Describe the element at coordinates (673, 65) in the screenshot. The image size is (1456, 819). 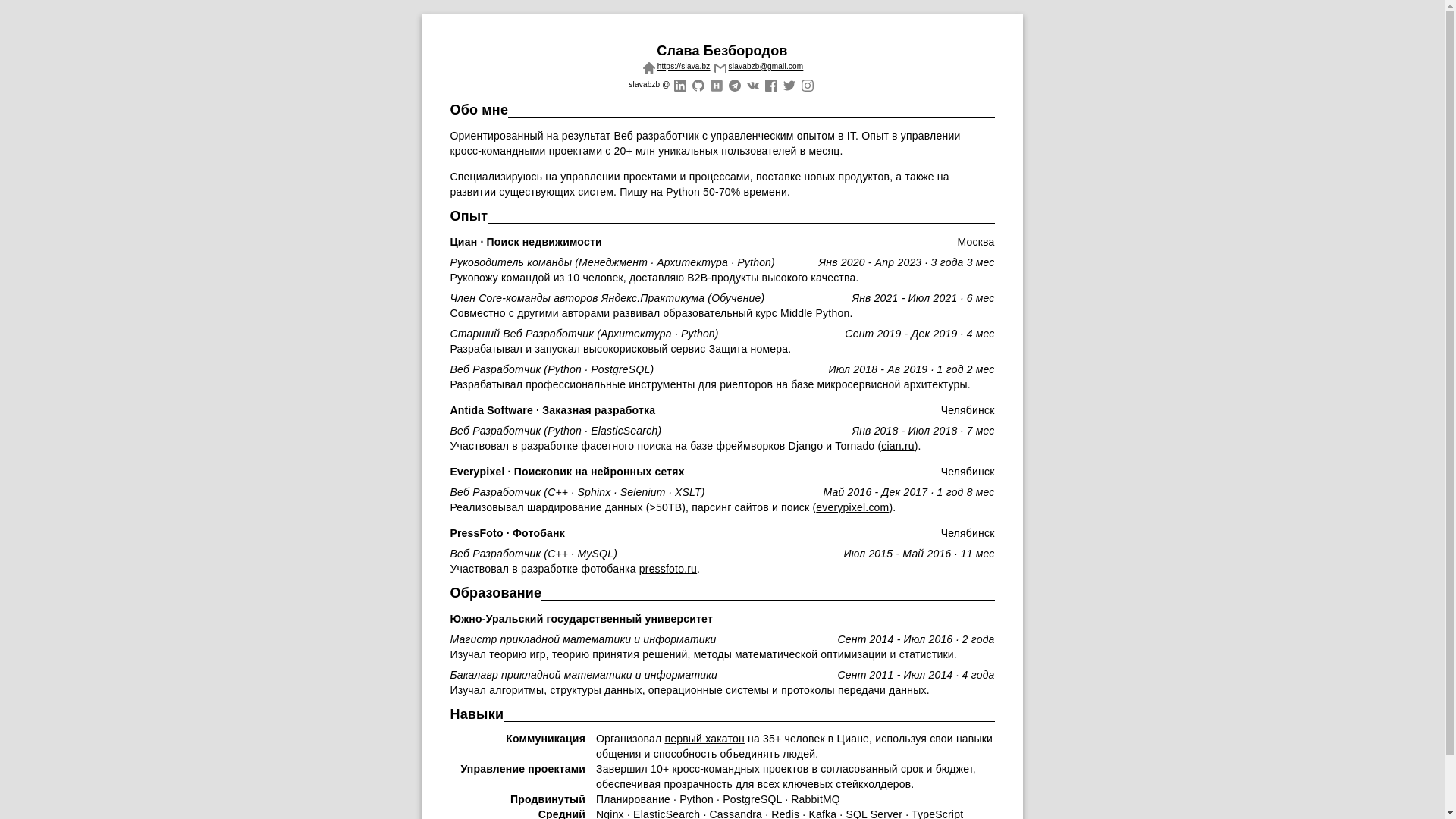
I see `'https://slava.bz'` at that location.